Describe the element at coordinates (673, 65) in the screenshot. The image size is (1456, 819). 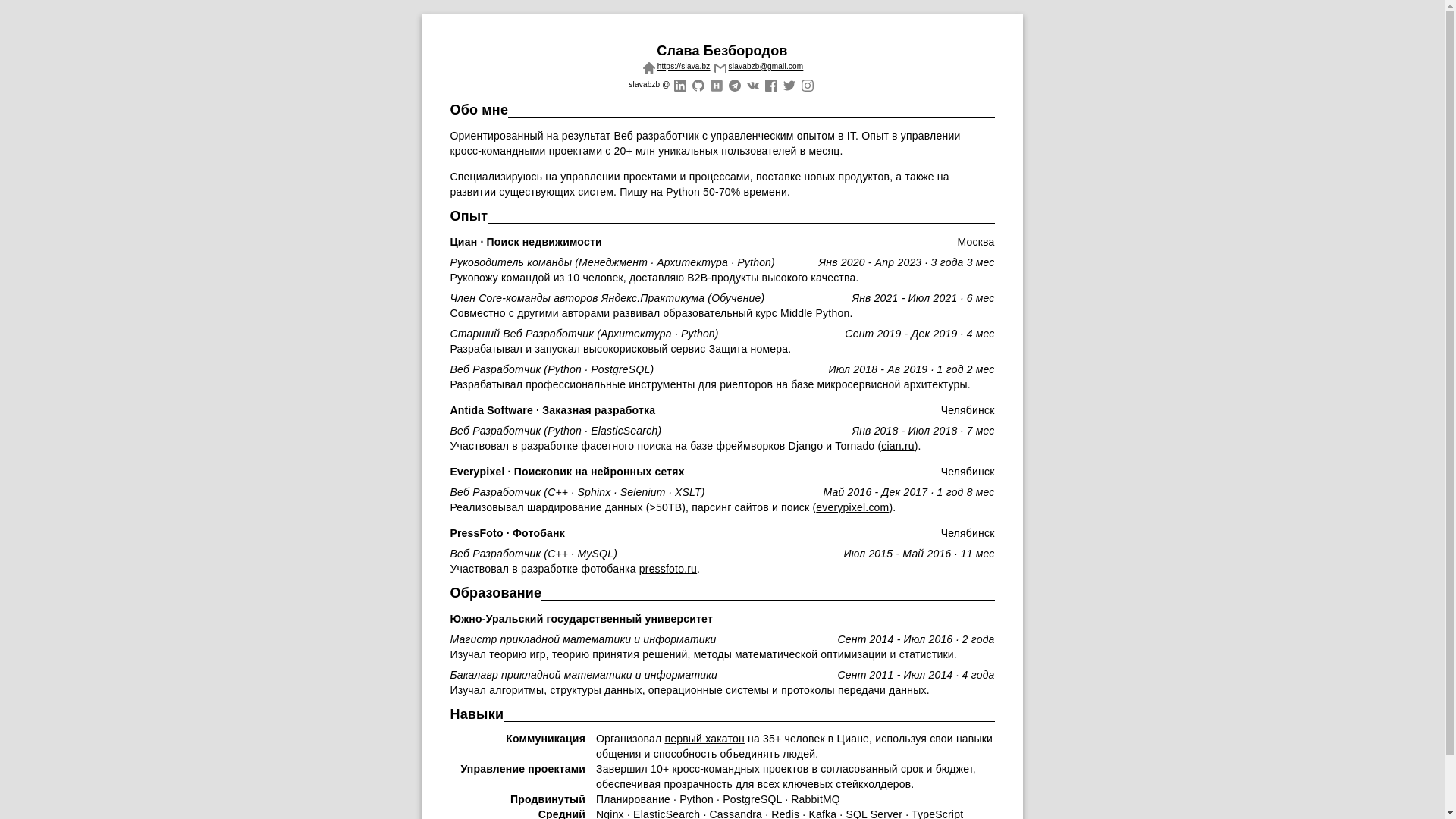
I see `'https://slava.bz'` at that location.